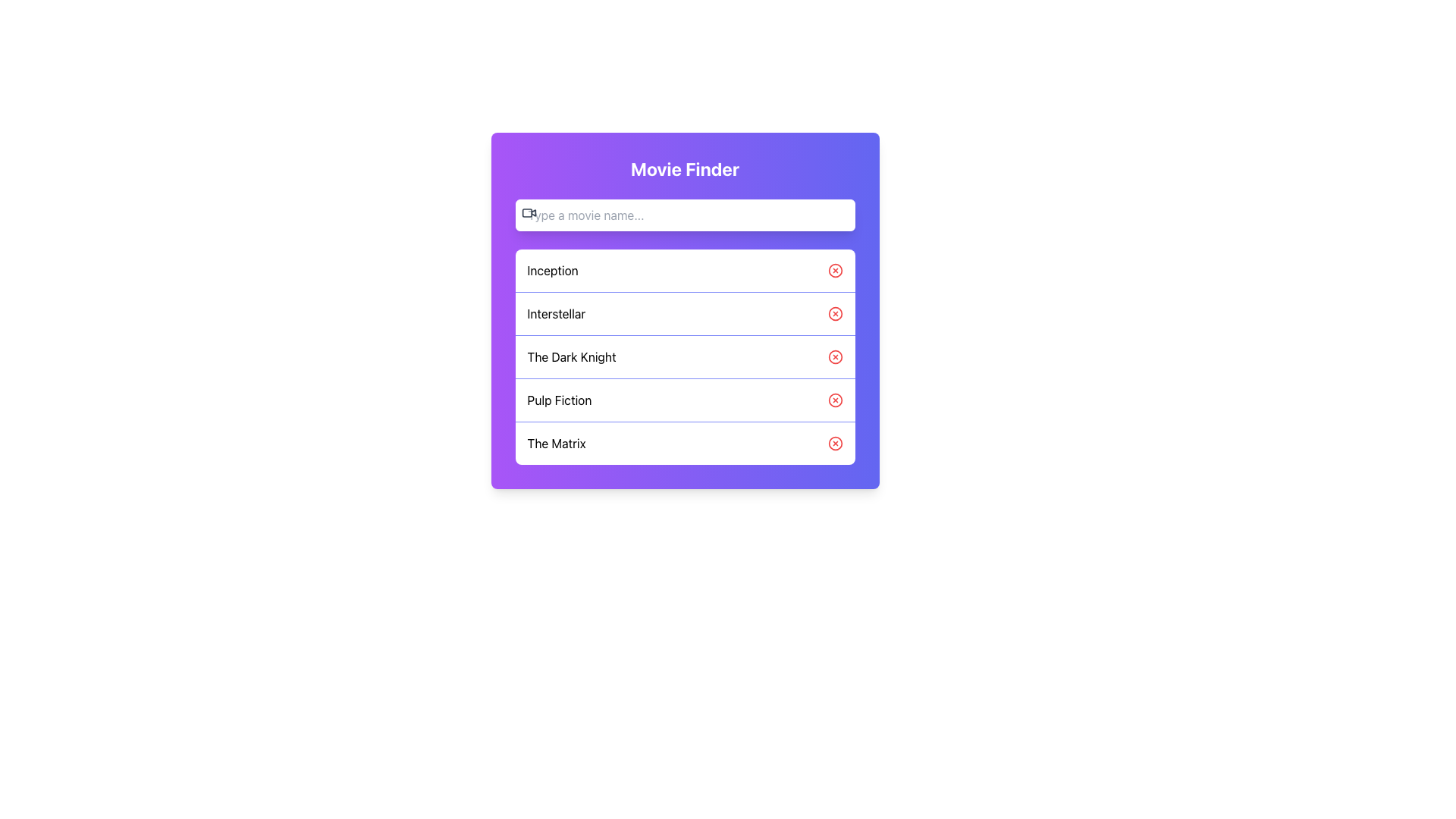  Describe the element at coordinates (684, 399) in the screenshot. I see `the fourth movie item in the 'Movie Finder' list` at that location.